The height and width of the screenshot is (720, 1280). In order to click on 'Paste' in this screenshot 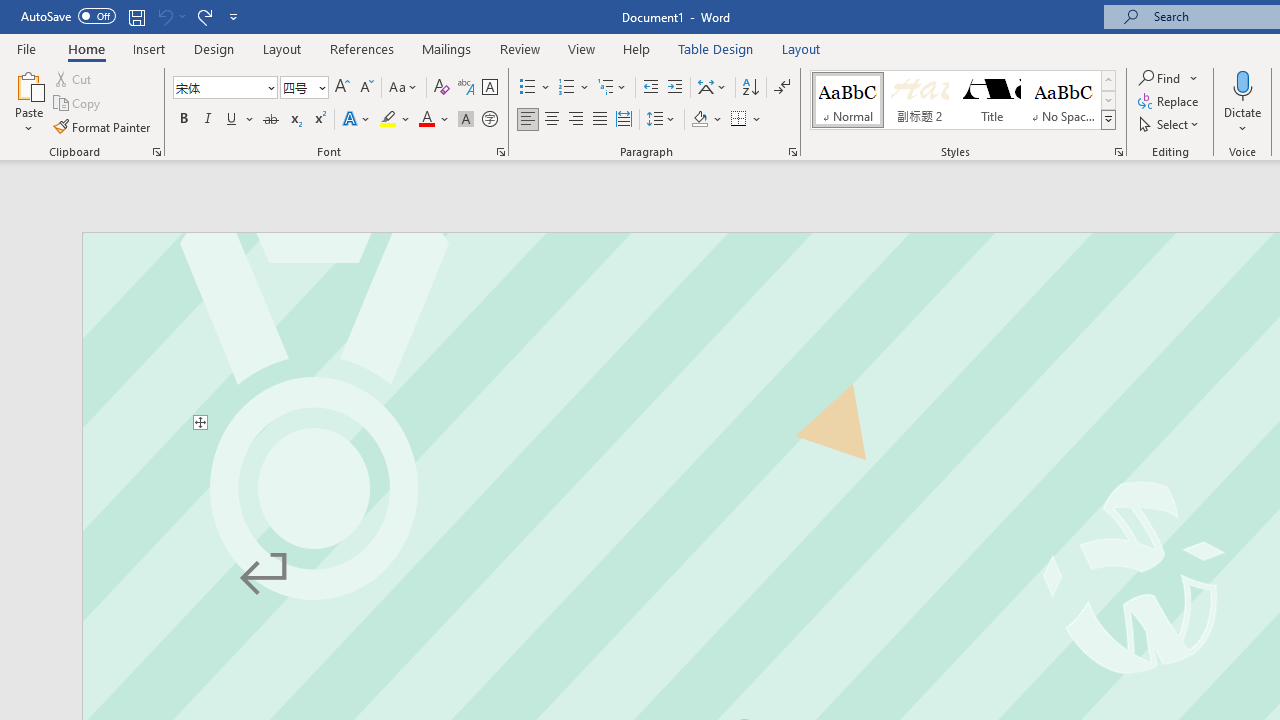, I will do `click(28, 103)`.